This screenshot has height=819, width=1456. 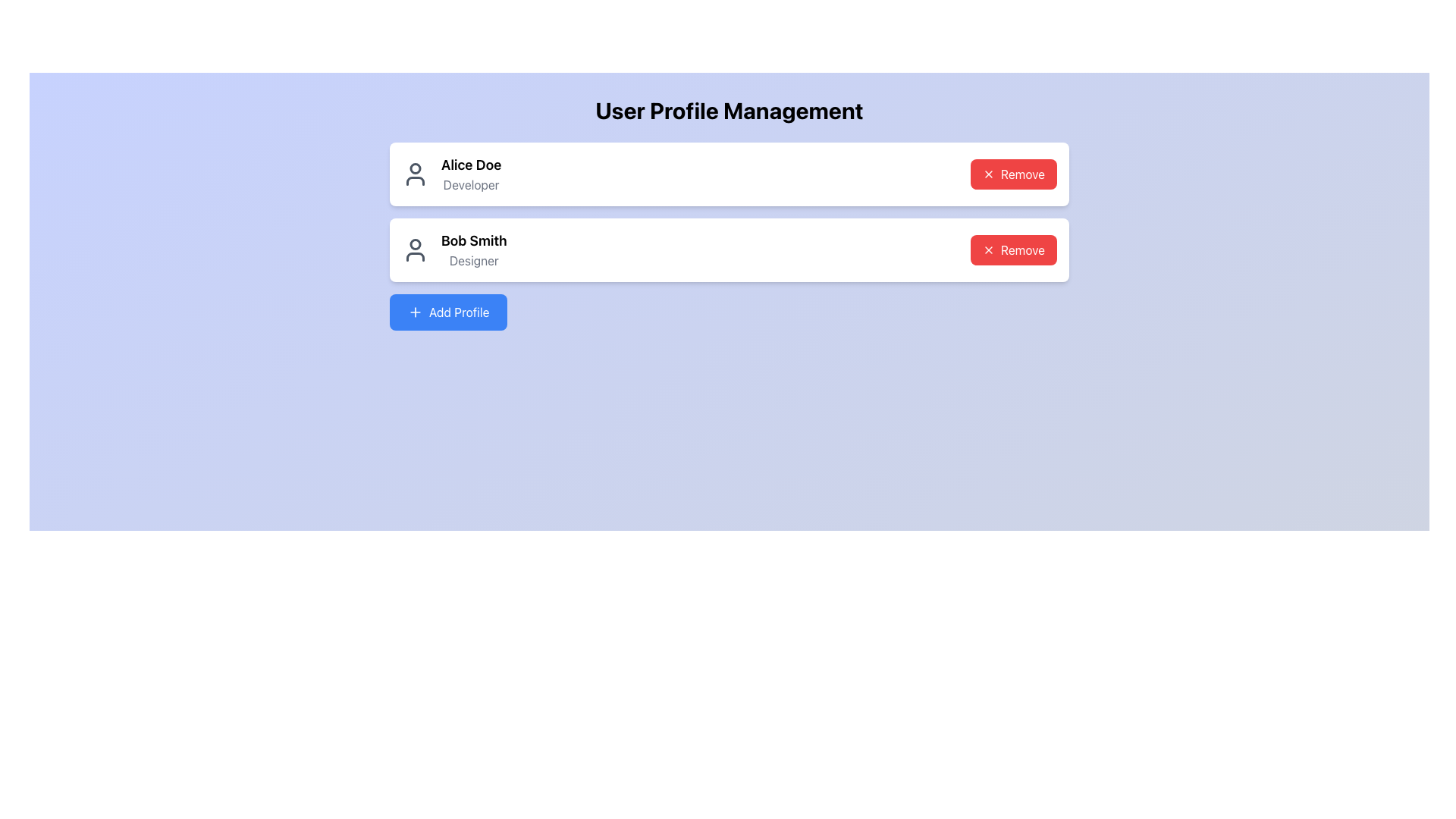 I want to click on the static text label displaying 'Alice Doe' in bold typography, which is located at the topmost user profile card above the text 'Developer', so click(x=470, y=165).